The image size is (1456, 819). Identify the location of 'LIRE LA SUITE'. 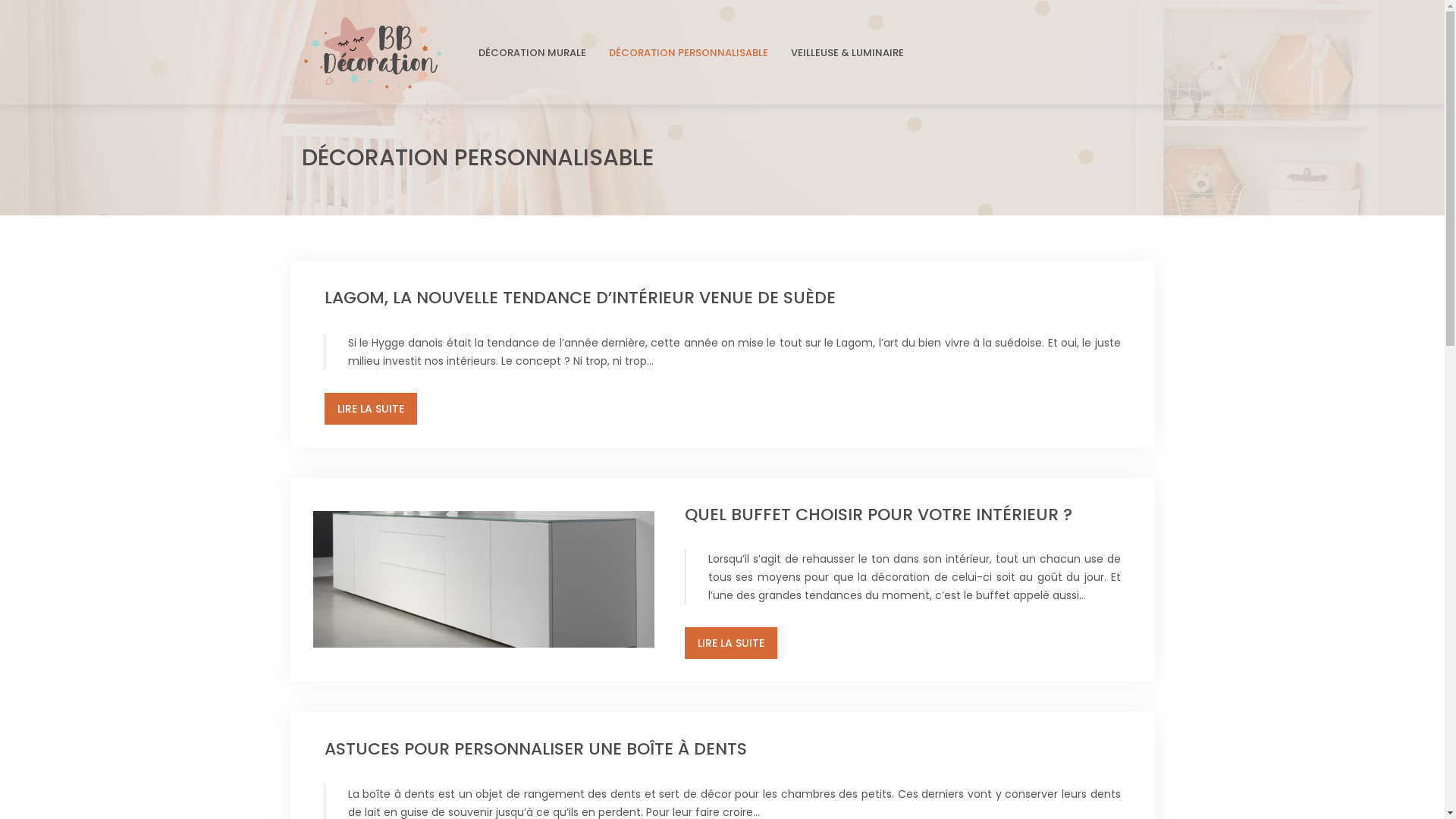
(323, 408).